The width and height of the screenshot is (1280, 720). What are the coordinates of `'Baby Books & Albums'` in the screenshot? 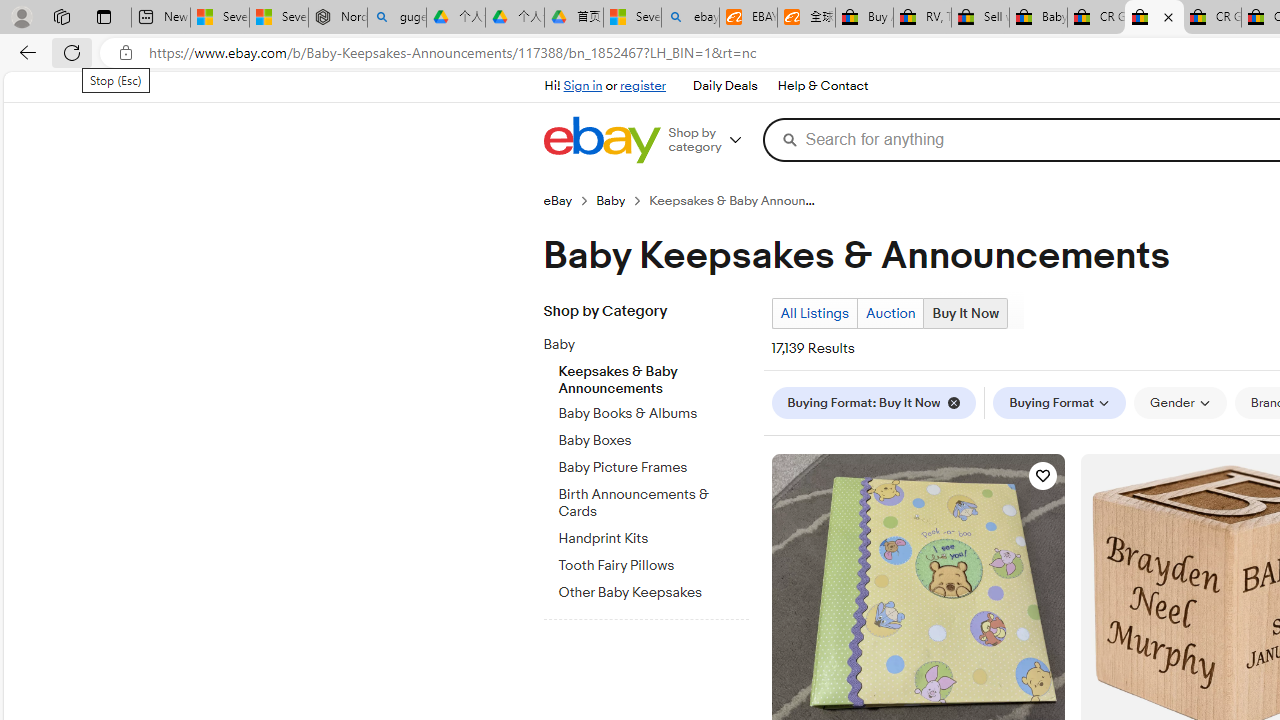 It's located at (653, 413).